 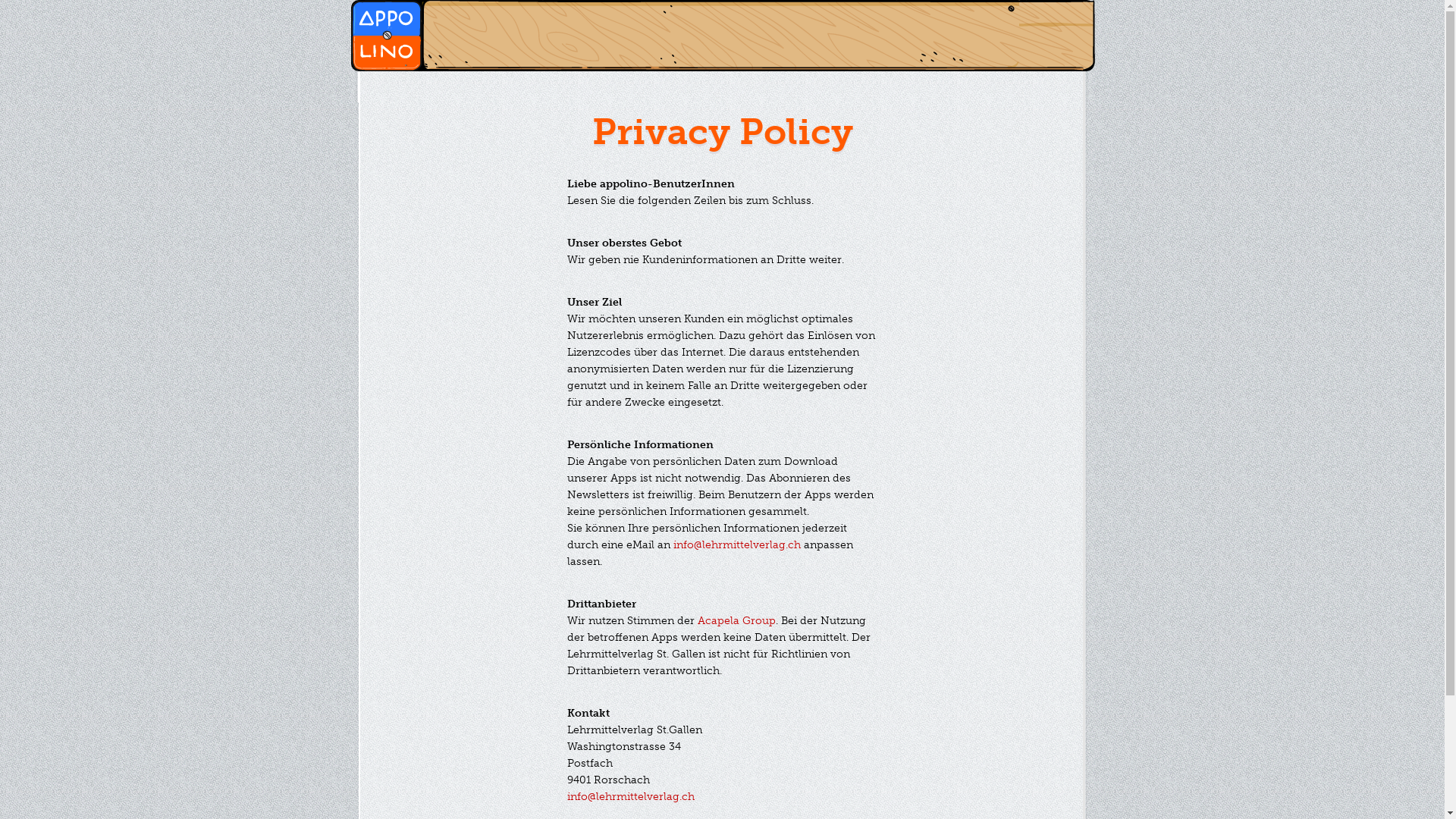 I want to click on 'Acapela Group', so click(x=736, y=620).